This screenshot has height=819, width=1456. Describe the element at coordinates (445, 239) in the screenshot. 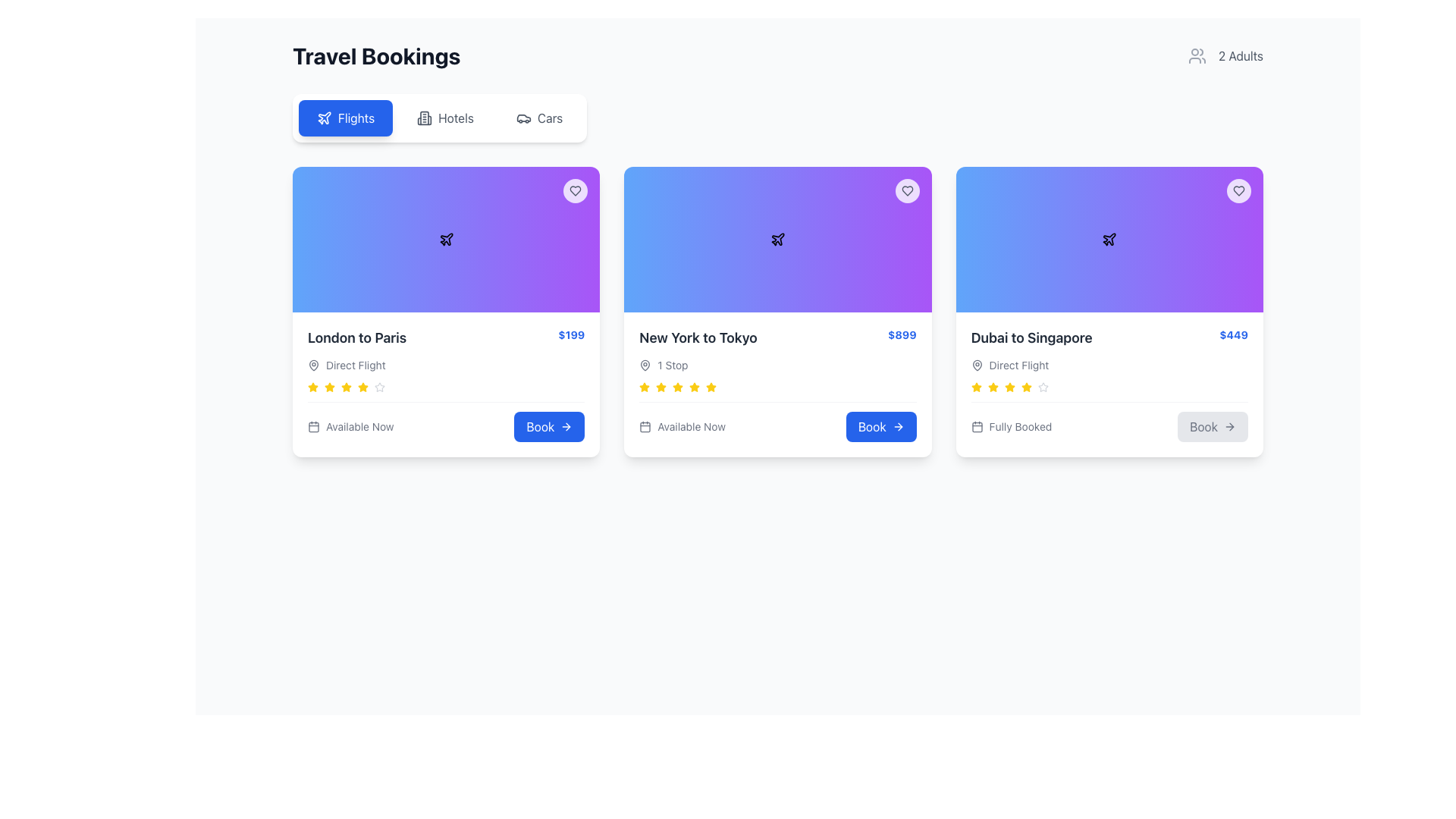

I see `the air travel graphic/icon located at the center of the first card titled 'London to Paris' in the travel booking section` at that location.